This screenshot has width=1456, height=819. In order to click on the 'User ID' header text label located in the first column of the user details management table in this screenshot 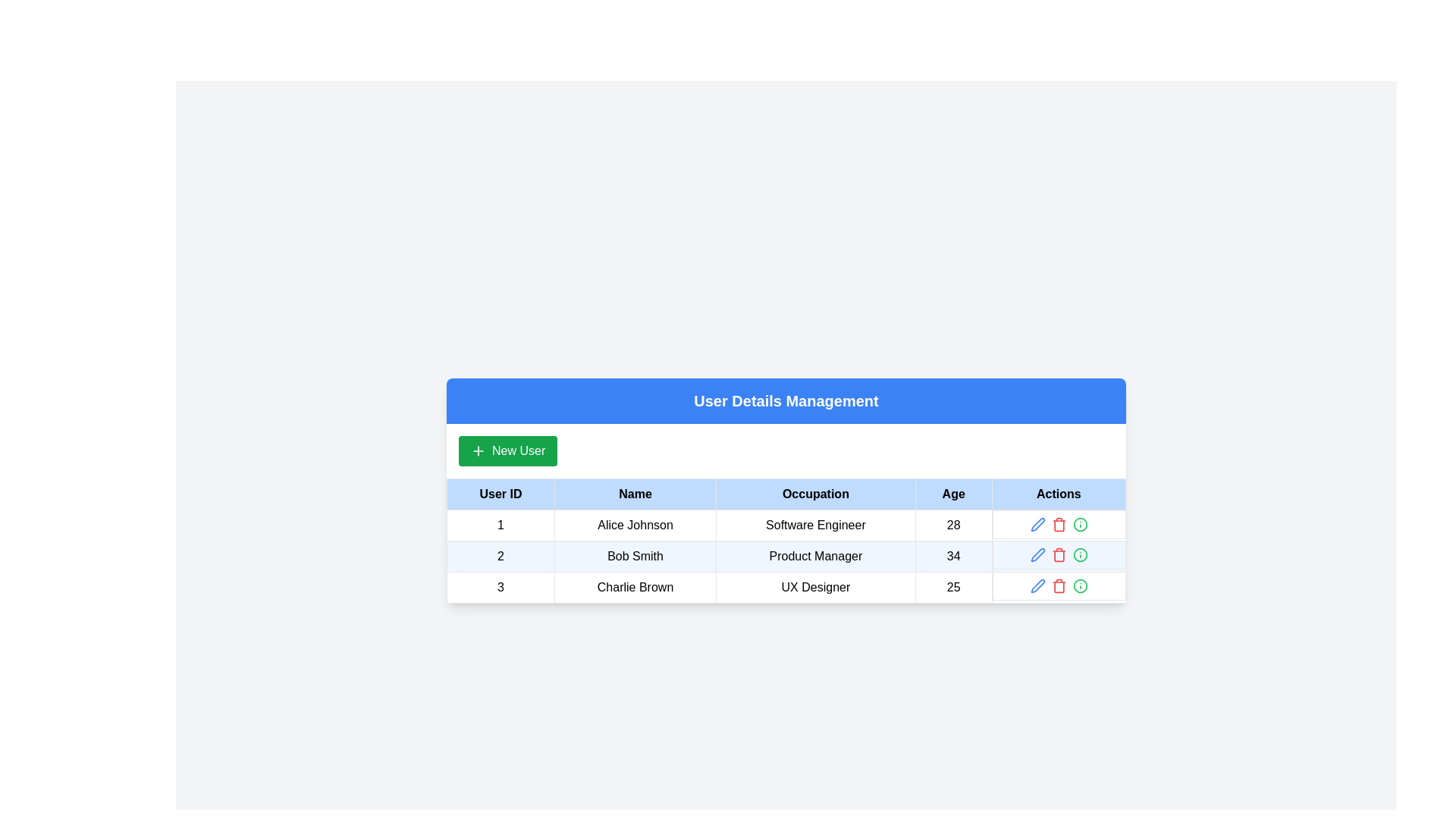, I will do `click(500, 494)`.